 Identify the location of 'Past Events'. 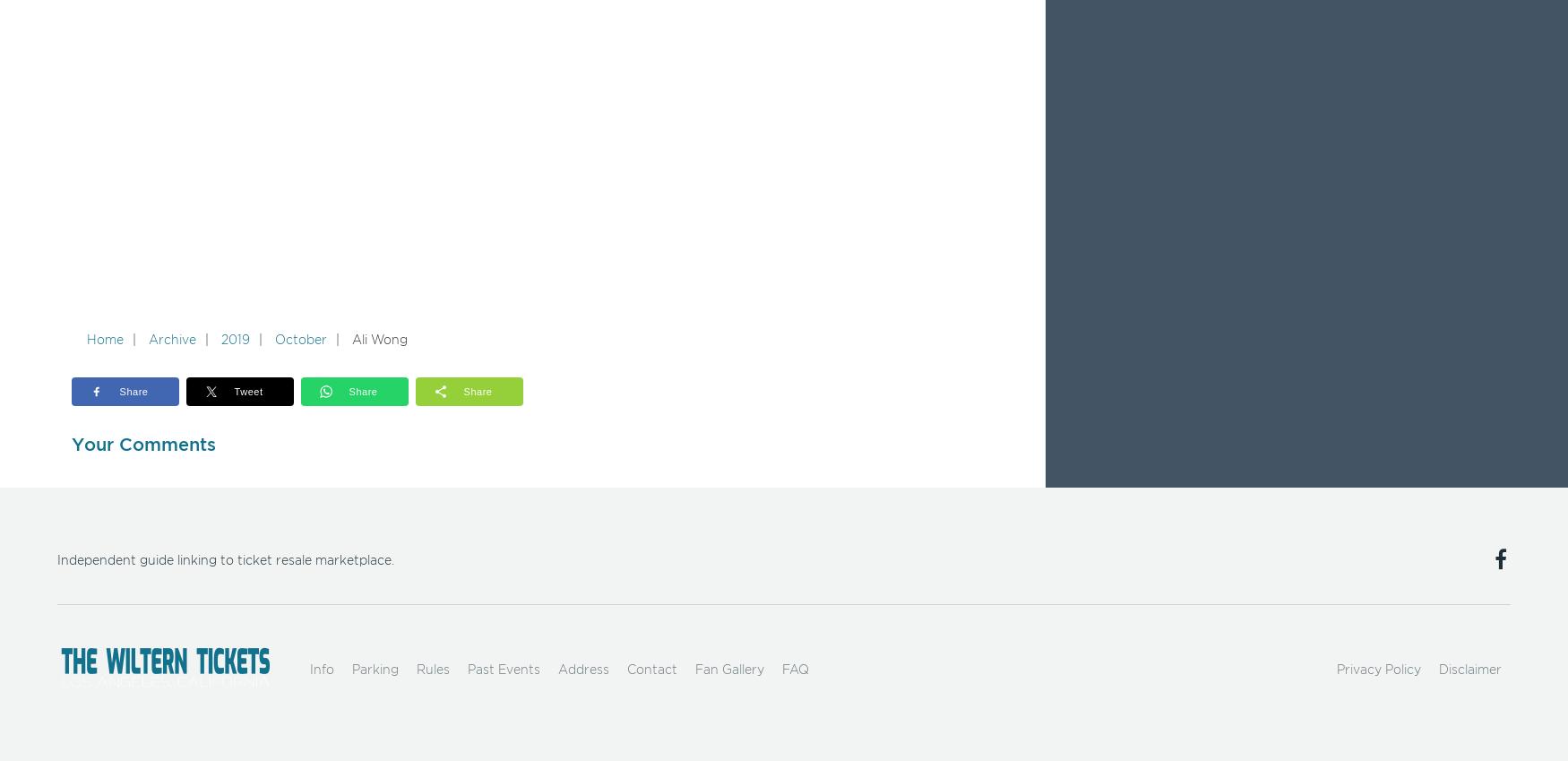
(503, 670).